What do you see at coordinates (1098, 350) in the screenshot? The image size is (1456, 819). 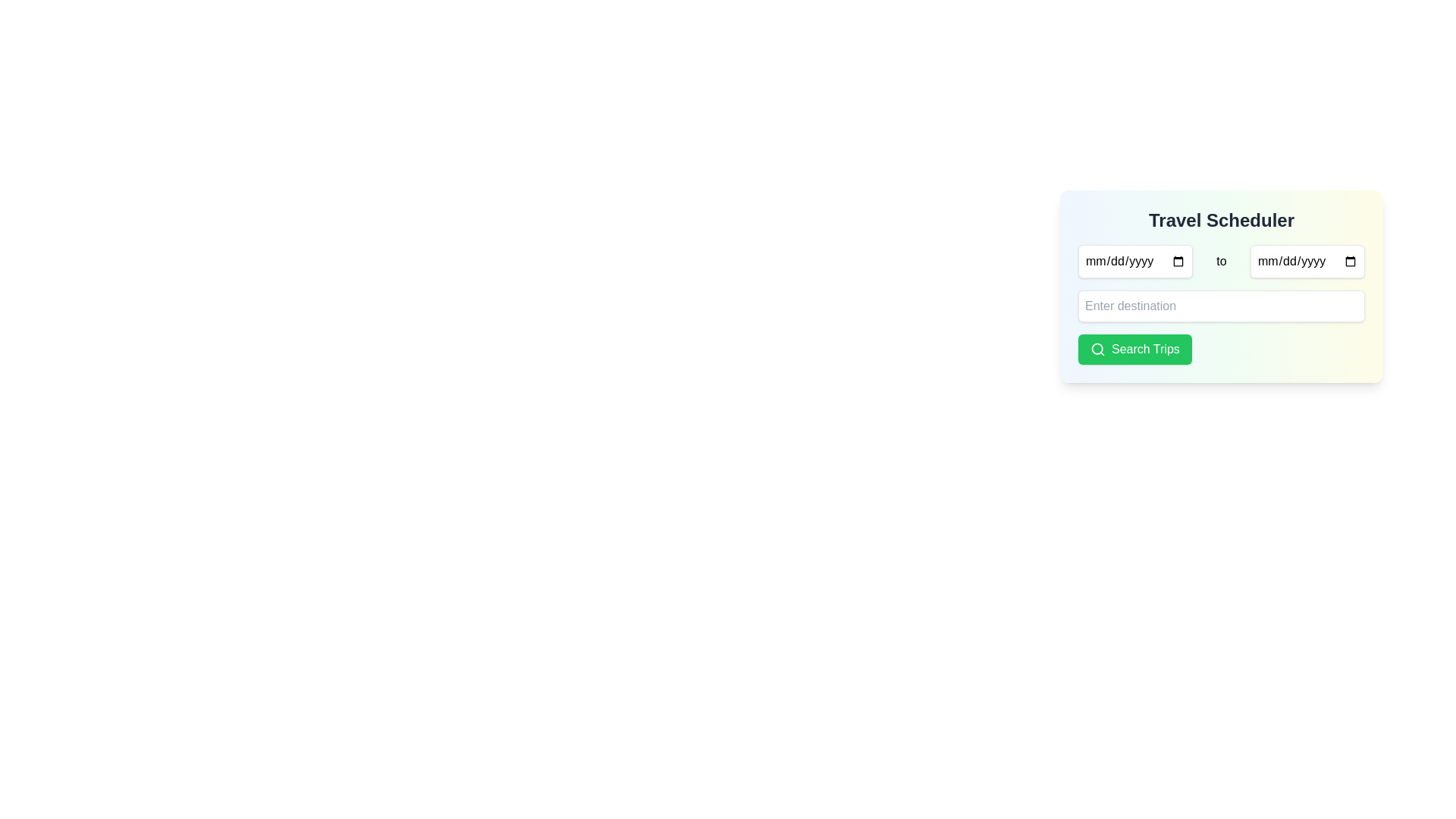 I see `the search icon located inside the green button labeled 'Search Trips' on the left side of the text` at bounding box center [1098, 350].